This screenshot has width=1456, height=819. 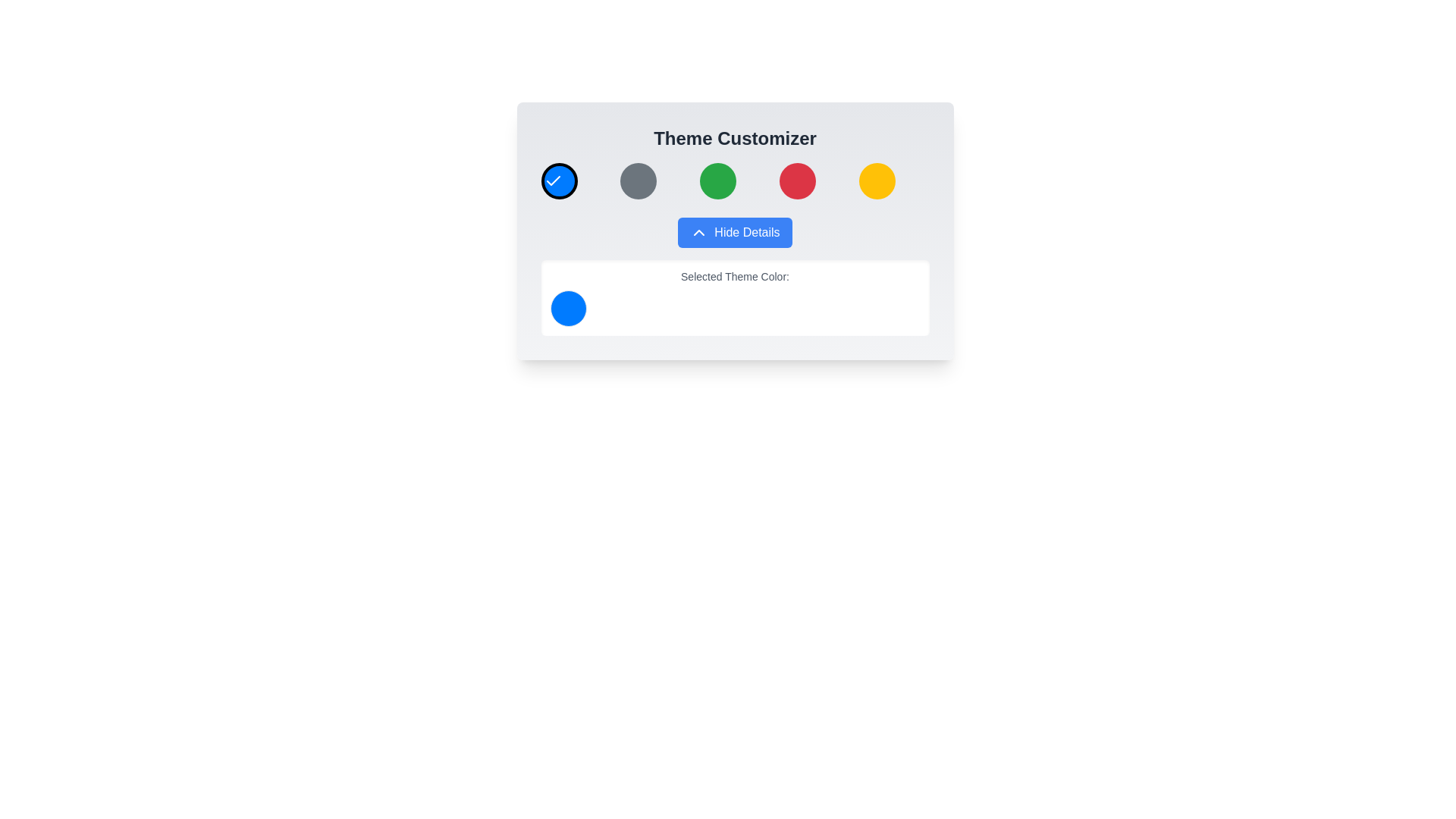 What do you see at coordinates (717, 180) in the screenshot?
I see `the fourth circular green button with a smooth border located below the 'Theme Customizer' title to observe the hover effect` at bounding box center [717, 180].